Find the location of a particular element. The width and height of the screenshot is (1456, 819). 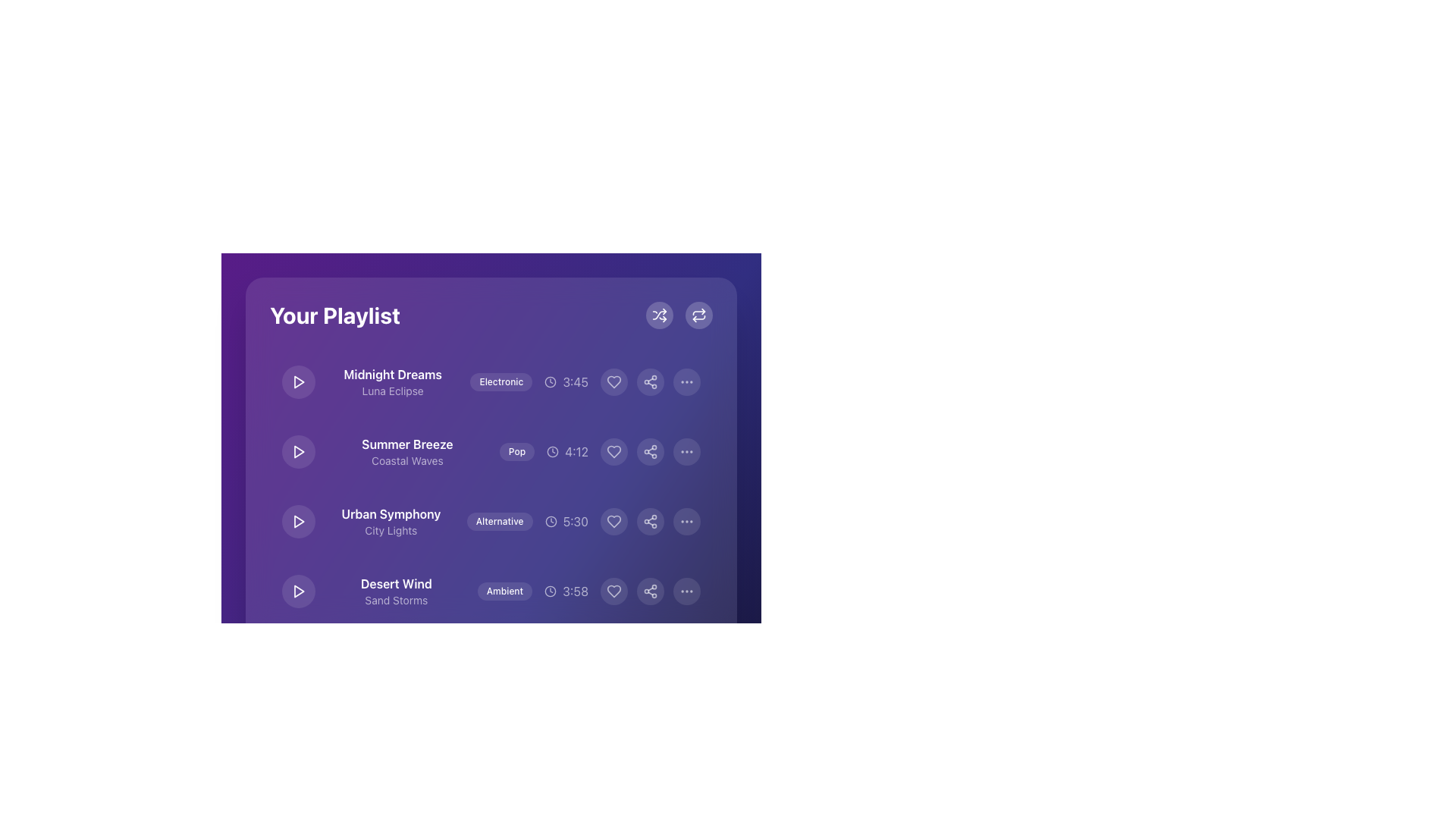

information displayed in the Text Label that is the third entry in the vertical list of playlist items, located between 'Summer Breeze' and 'Desert Wind.' is located at coordinates (391, 520).